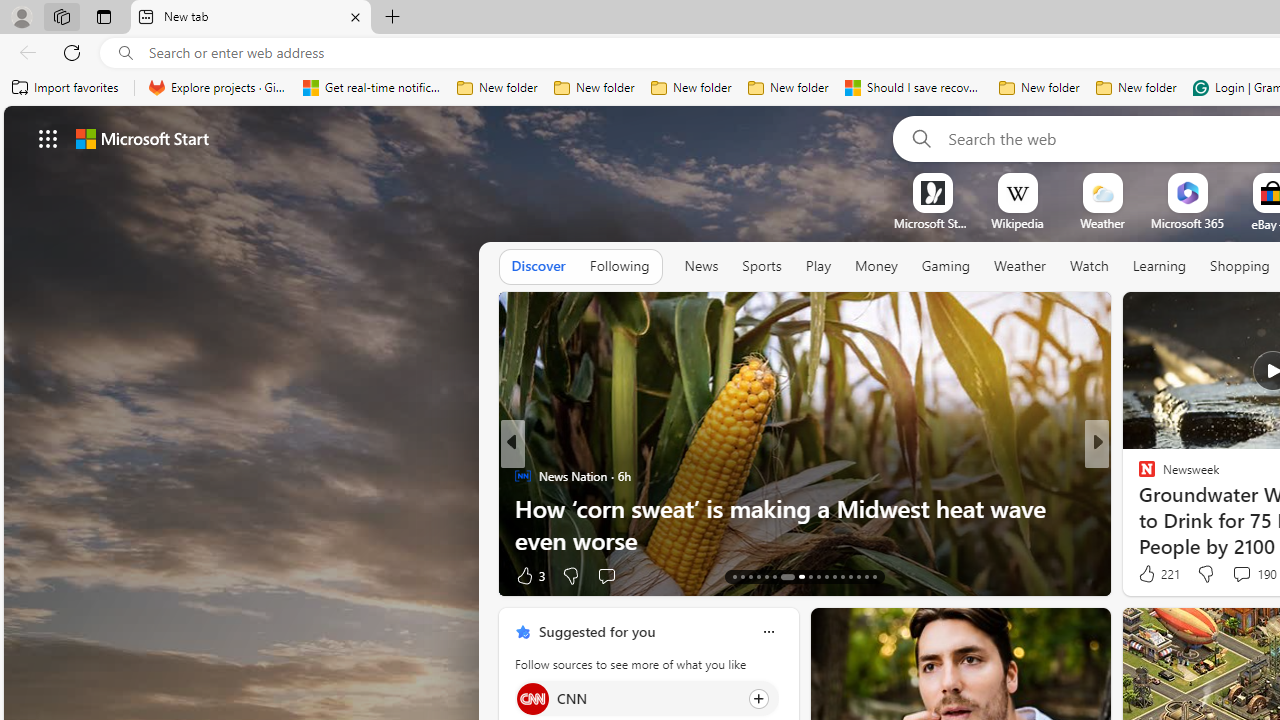 The image size is (1280, 720). Describe the element at coordinates (48, 137) in the screenshot. I see `'App launcher'` at that location.